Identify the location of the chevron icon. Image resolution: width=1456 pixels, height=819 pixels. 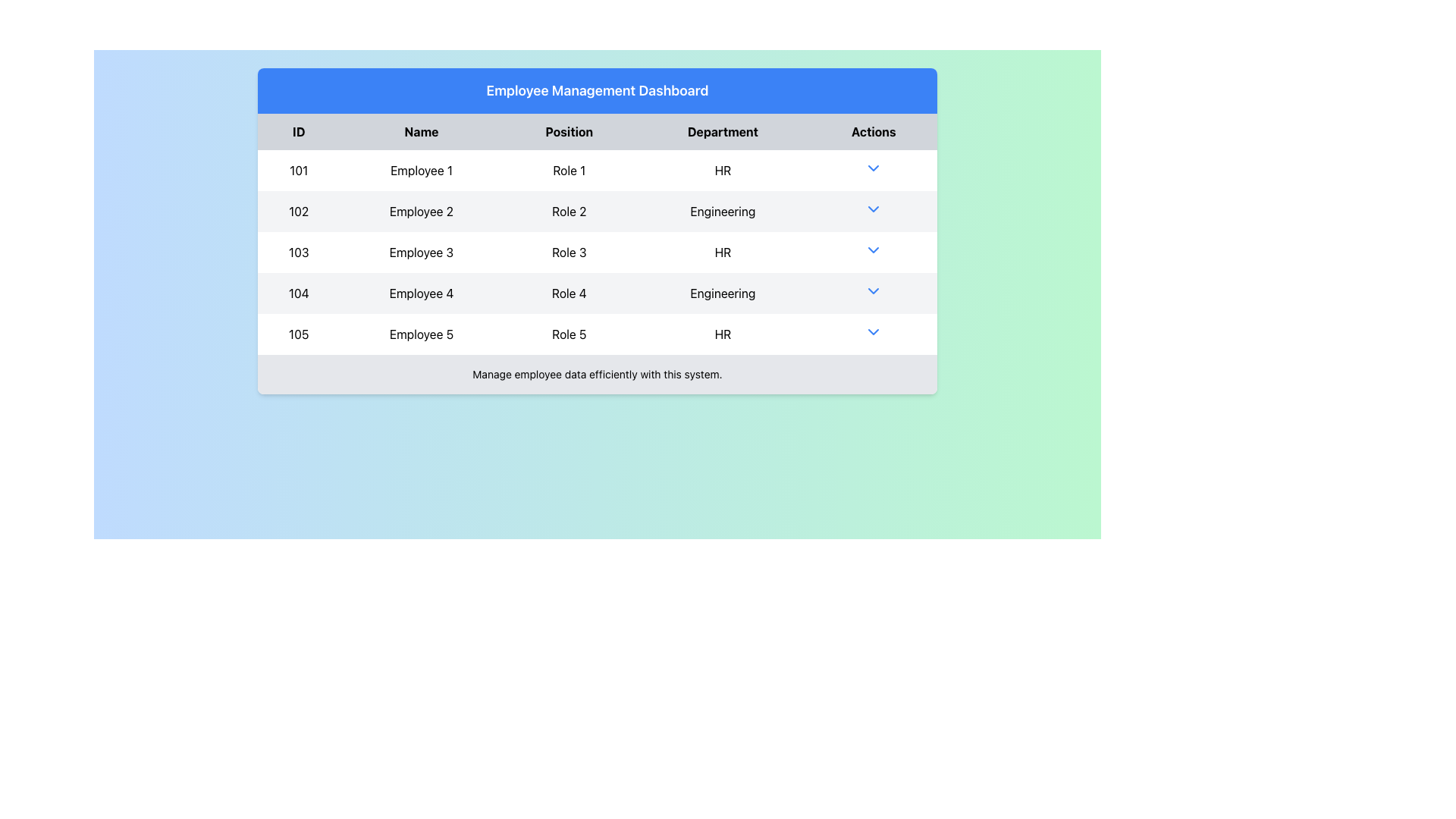
(874, 293).